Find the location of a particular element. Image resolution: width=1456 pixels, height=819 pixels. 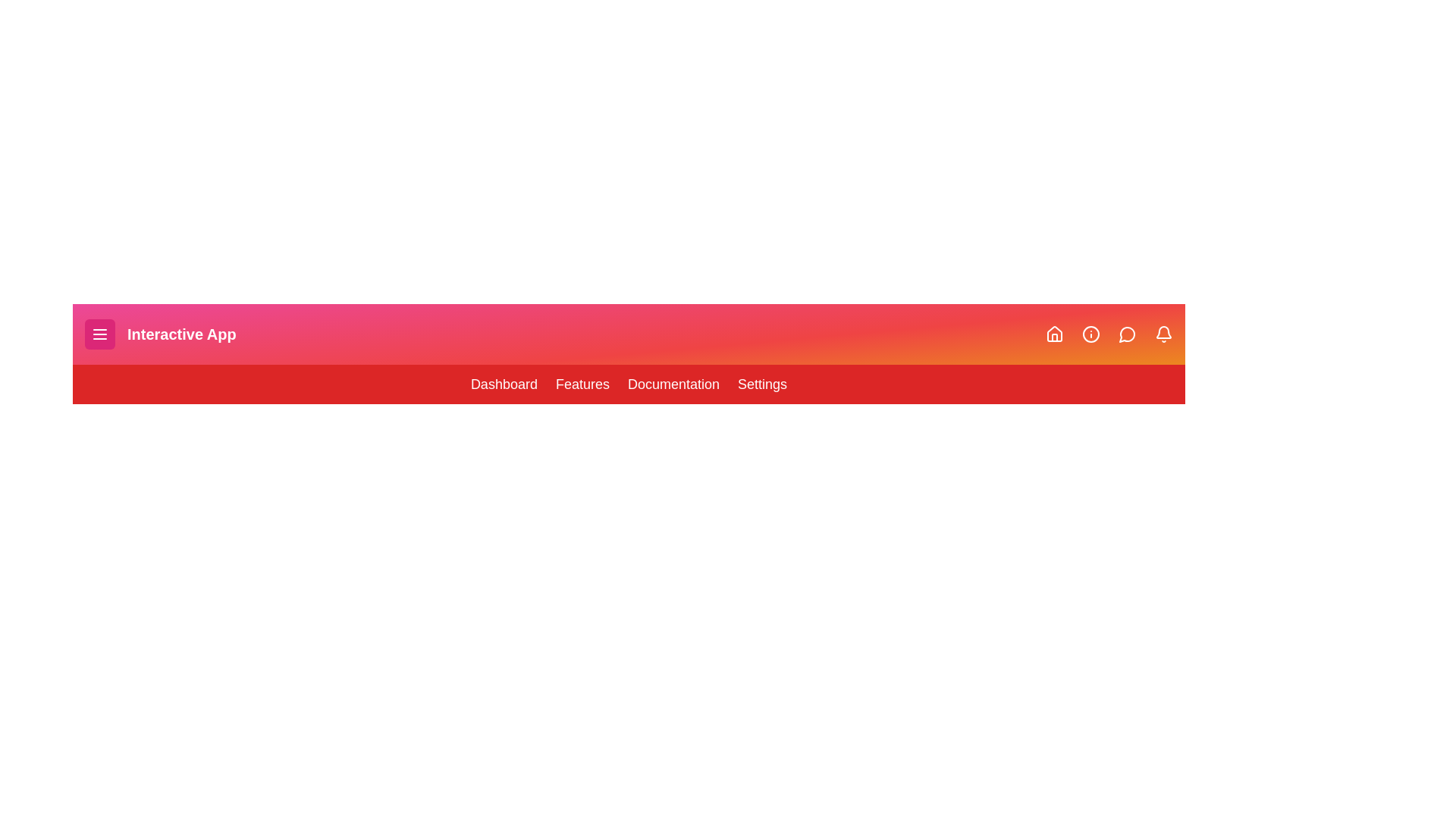

the menu button to toggle the menu visibility is located at coordinates (99, 333).